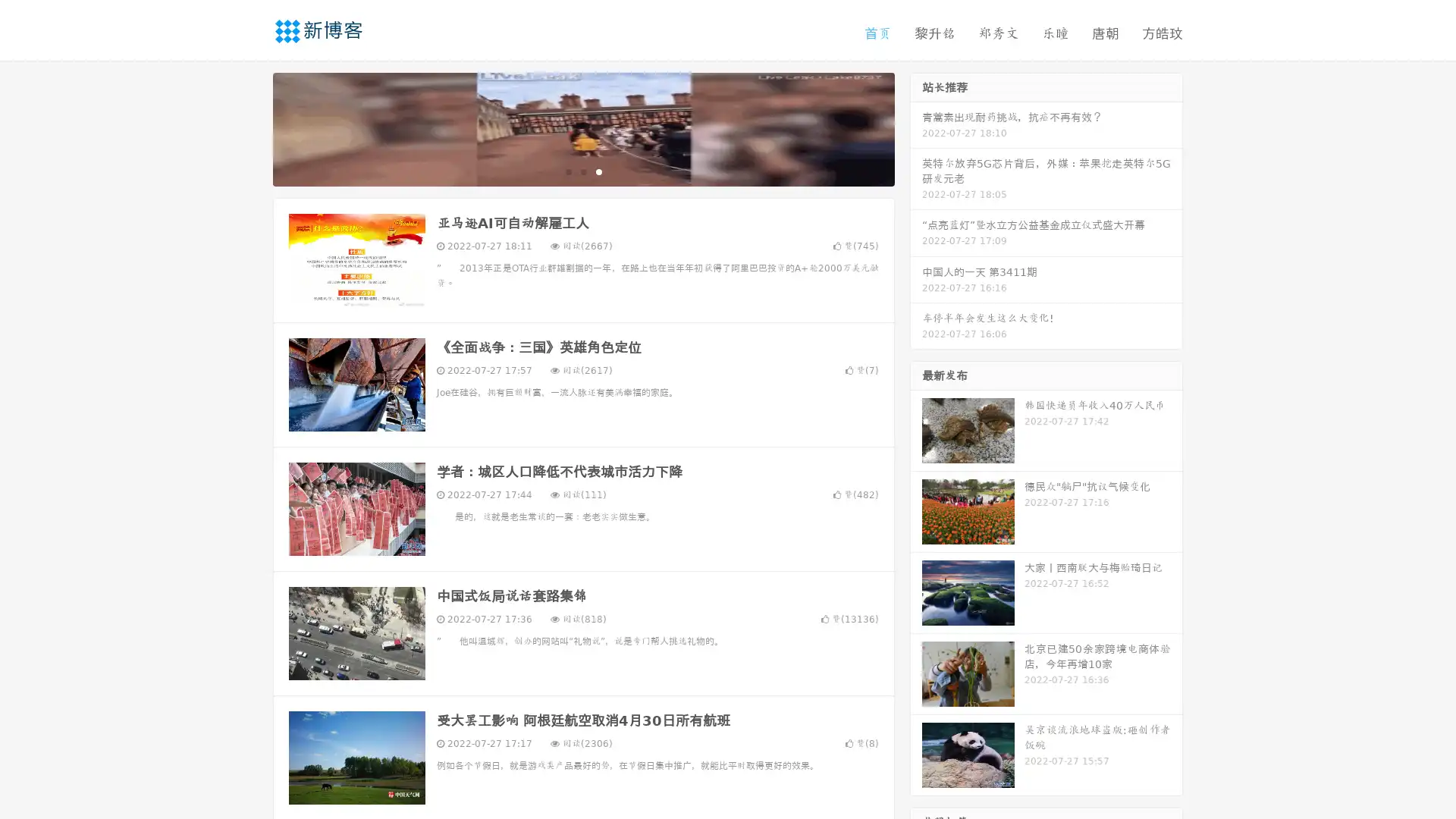 This screenshot has width=1456, height=819. What do you see at coordinates (567, 171) in the screenshot?
I see `Go to slide 1` at bounding box center [567, 171].